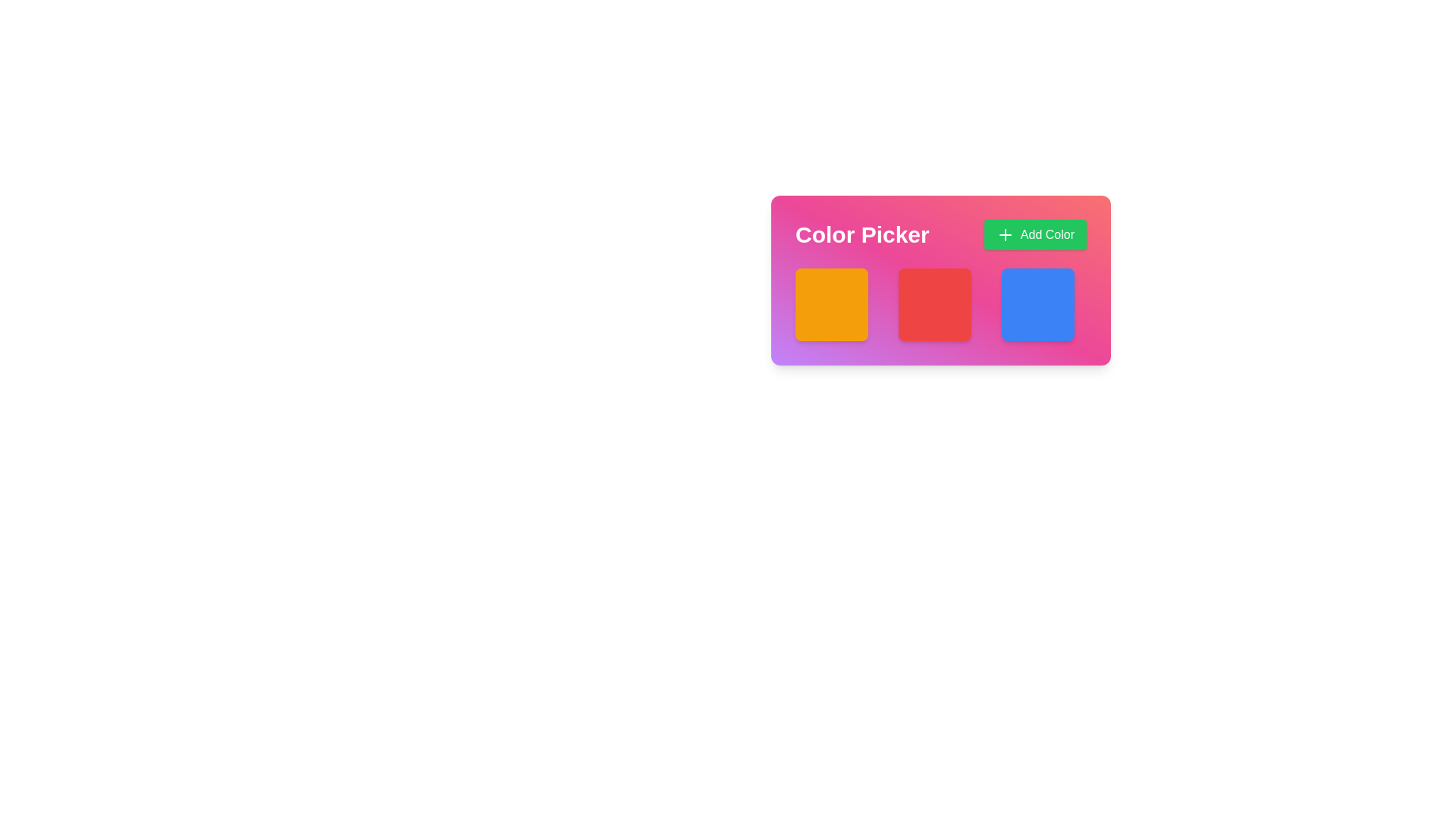 This screenshot has height=819, width=1456. What do you see at coordinates (862, 234) in the screenshot?
I see `the descriptive text label indicating functionality for selecting or managing colors, located to the left of the 'Add Color' green button` at bounding box center [862, 234].